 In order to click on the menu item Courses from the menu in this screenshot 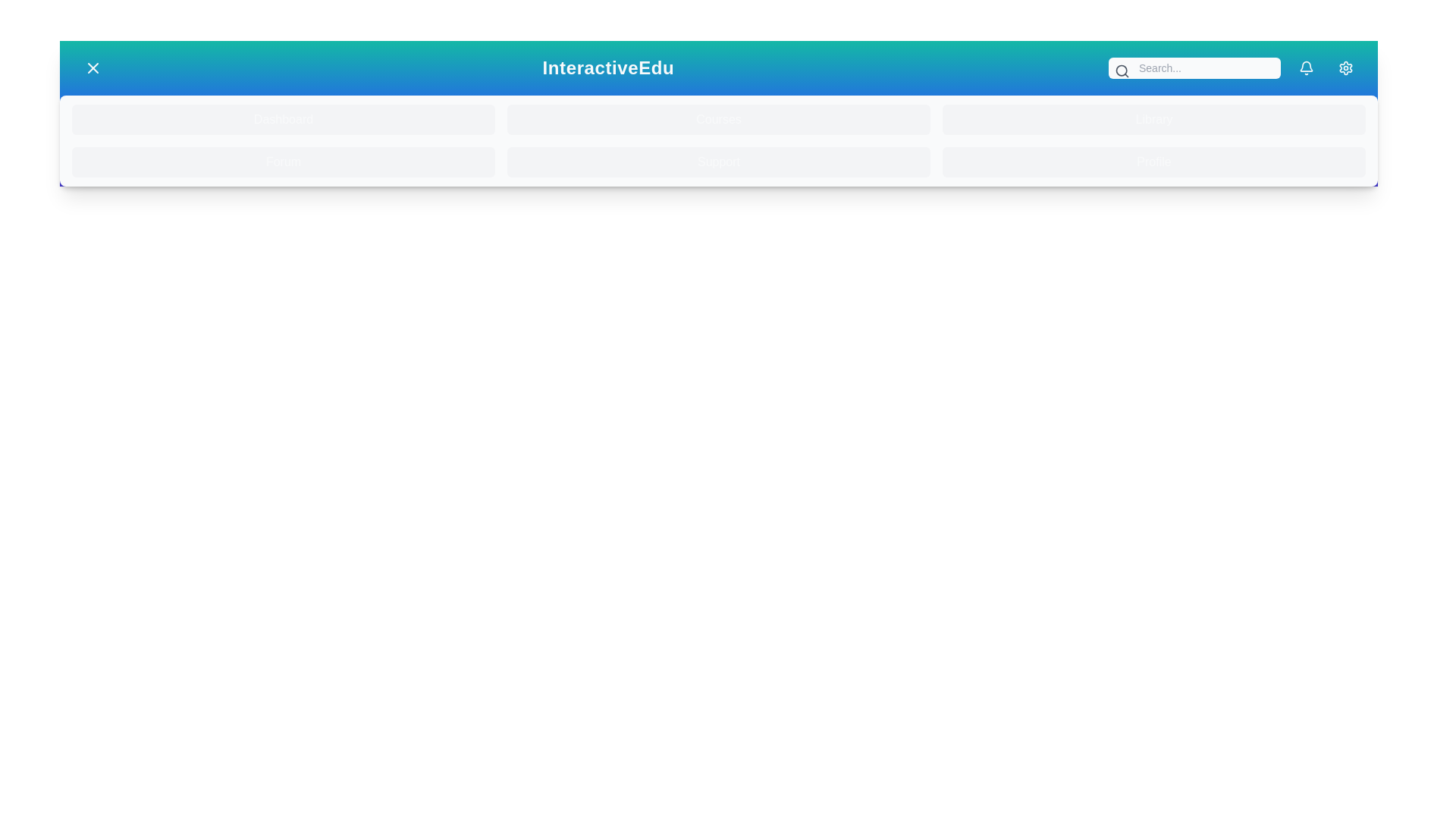, I will do `click(718, 119)`.